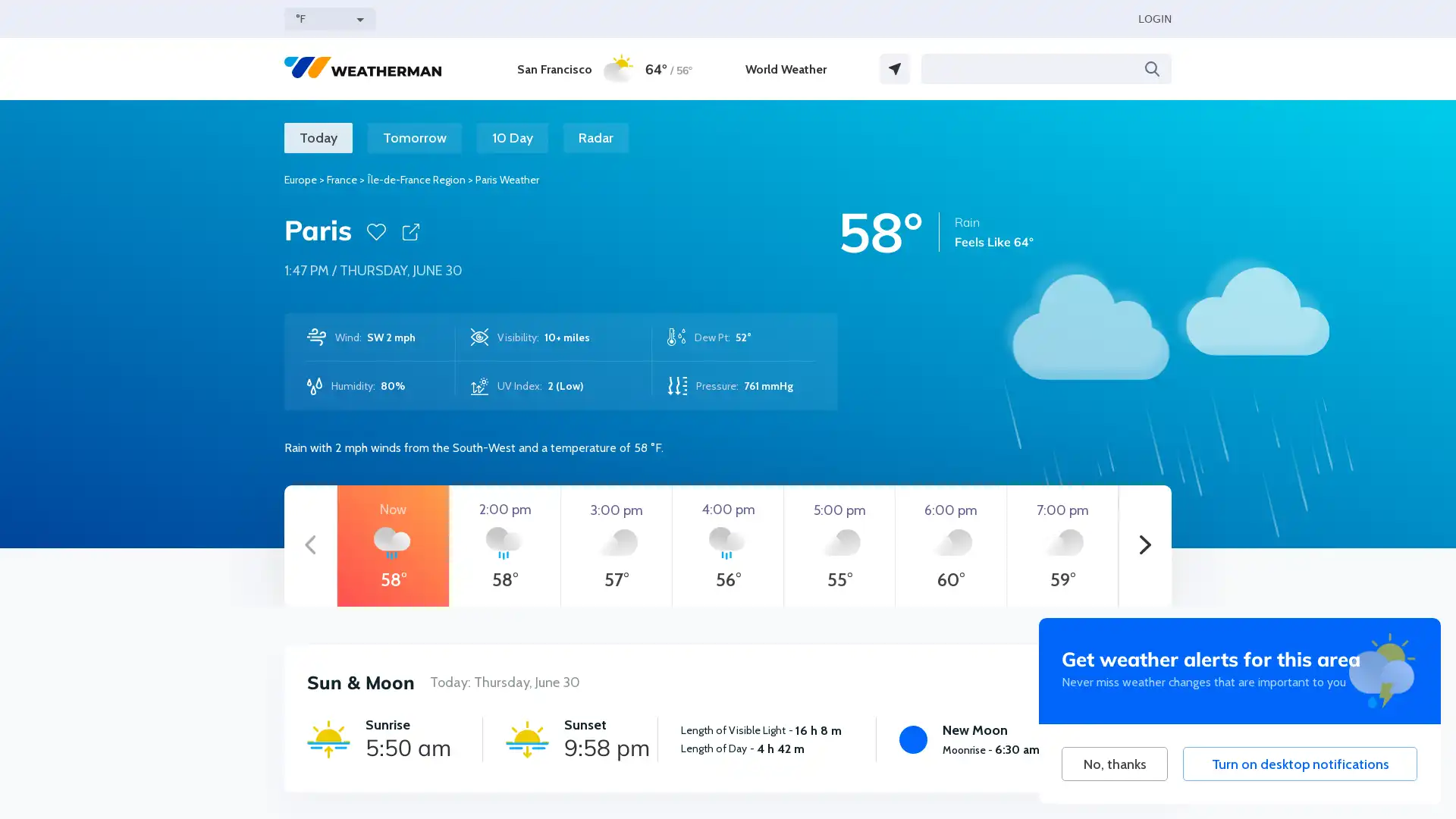  What do you see at coordinates (895, 69) in the screenshot?
I see `GPS Location` at bounding box center [895, 69].